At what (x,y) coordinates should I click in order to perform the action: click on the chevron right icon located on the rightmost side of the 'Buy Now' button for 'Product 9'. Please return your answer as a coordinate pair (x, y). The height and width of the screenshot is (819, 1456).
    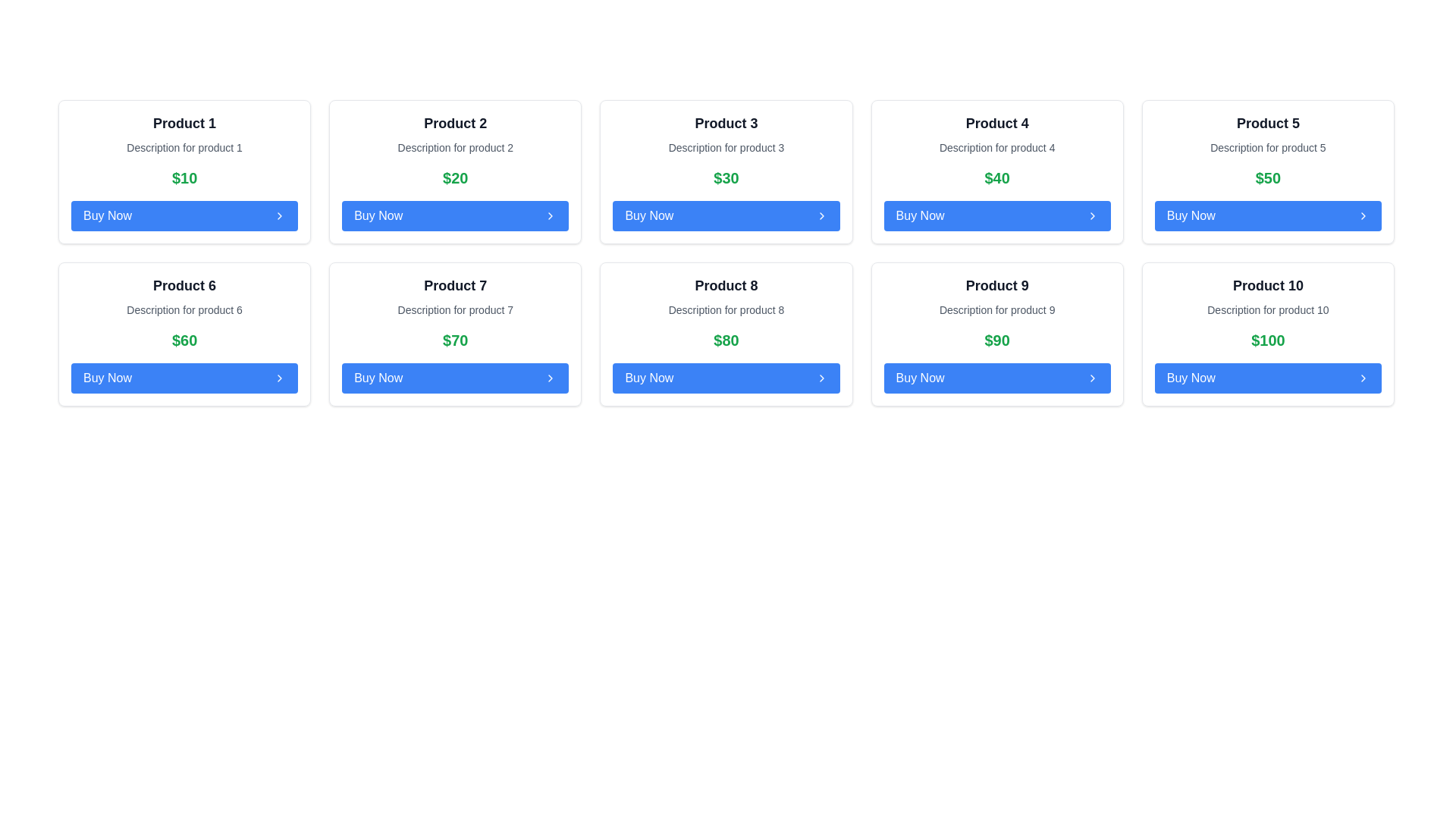
    Looking at the image, I should click on (1092, 377).